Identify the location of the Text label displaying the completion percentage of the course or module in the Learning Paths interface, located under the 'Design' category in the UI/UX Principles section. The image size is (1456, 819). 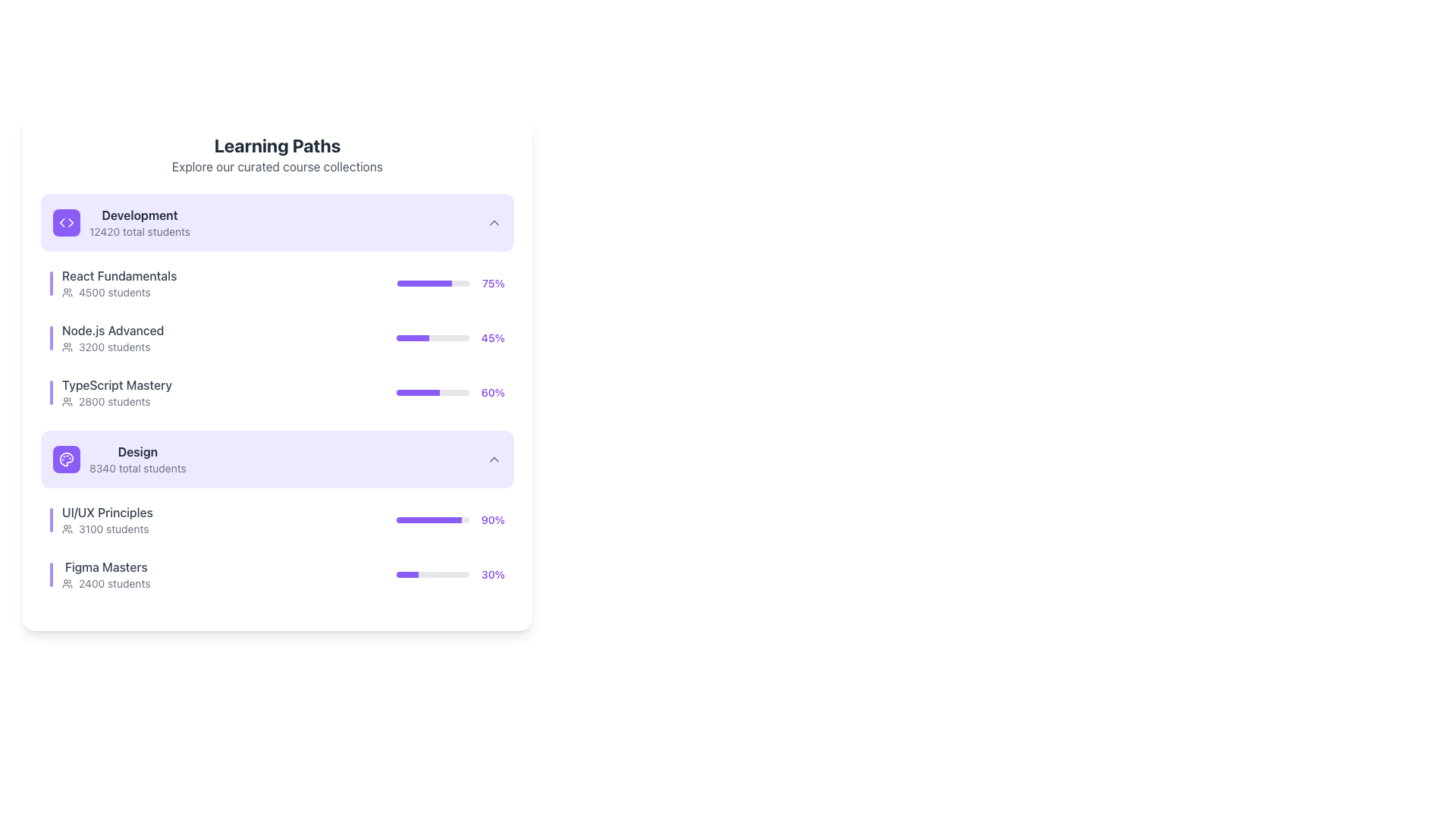
(493, 519).